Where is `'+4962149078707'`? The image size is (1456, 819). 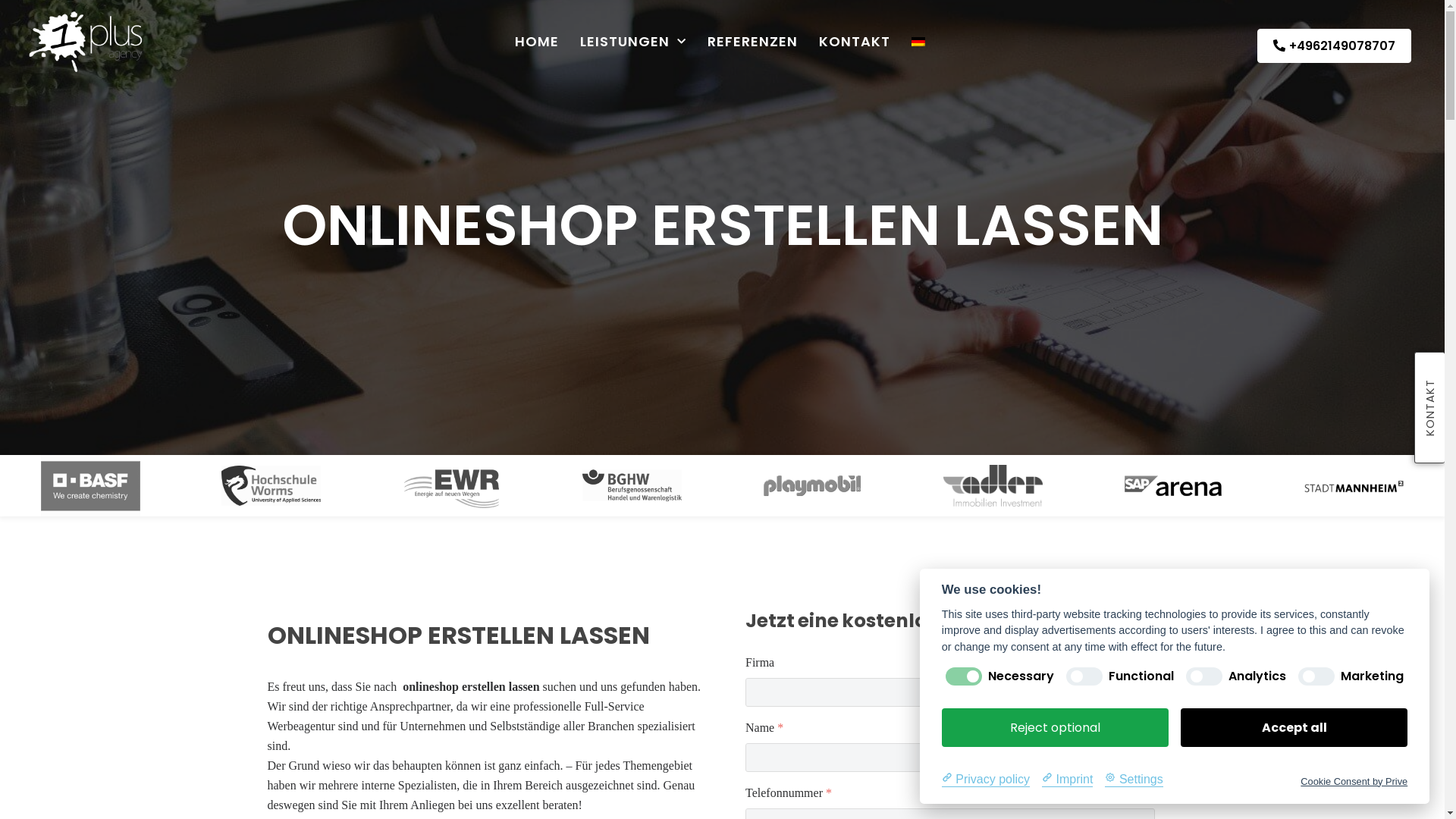 '+4962149078707' is located at coordinates (1257, 45).